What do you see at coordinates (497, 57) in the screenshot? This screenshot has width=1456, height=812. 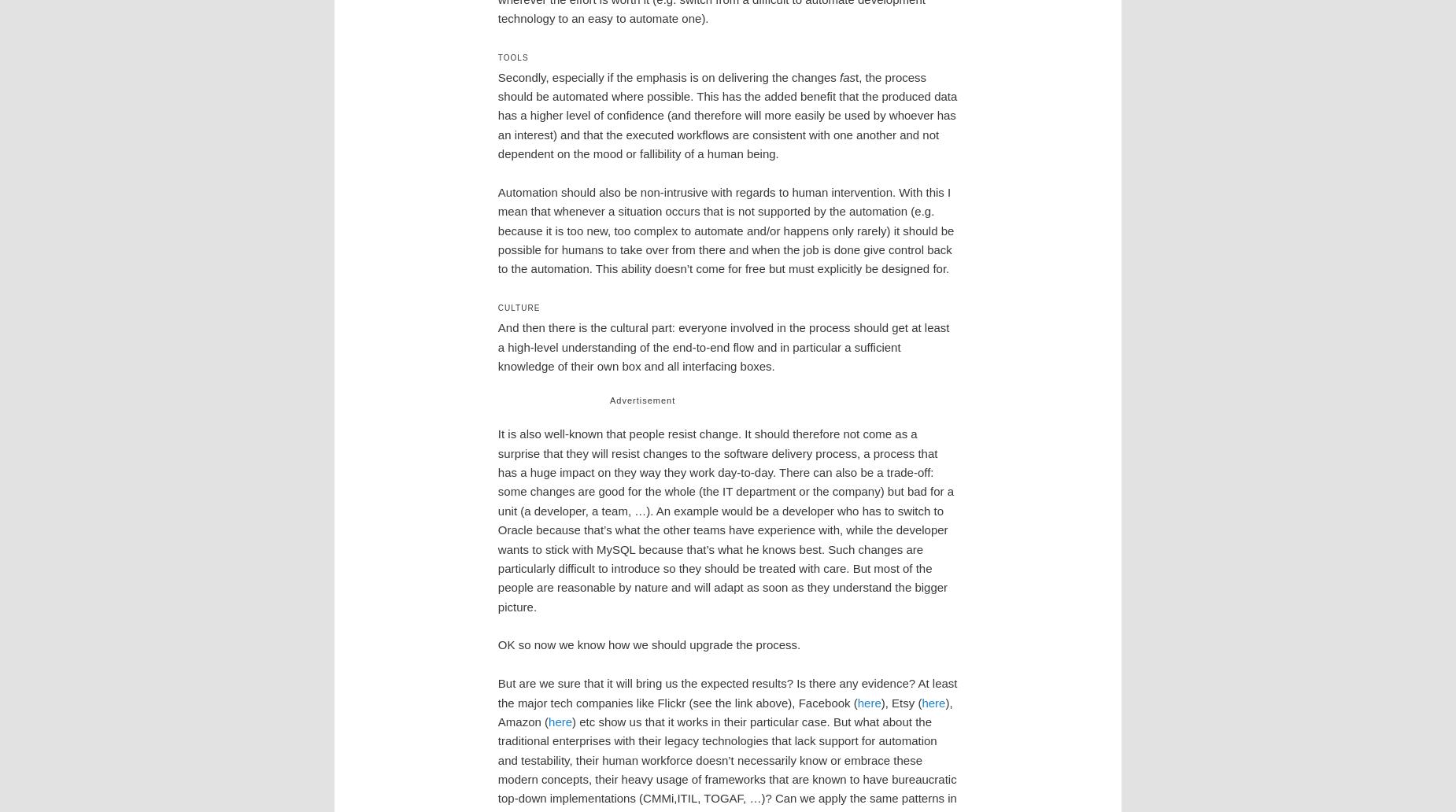 I see `'Tools'` at bounding box center [497, 57].